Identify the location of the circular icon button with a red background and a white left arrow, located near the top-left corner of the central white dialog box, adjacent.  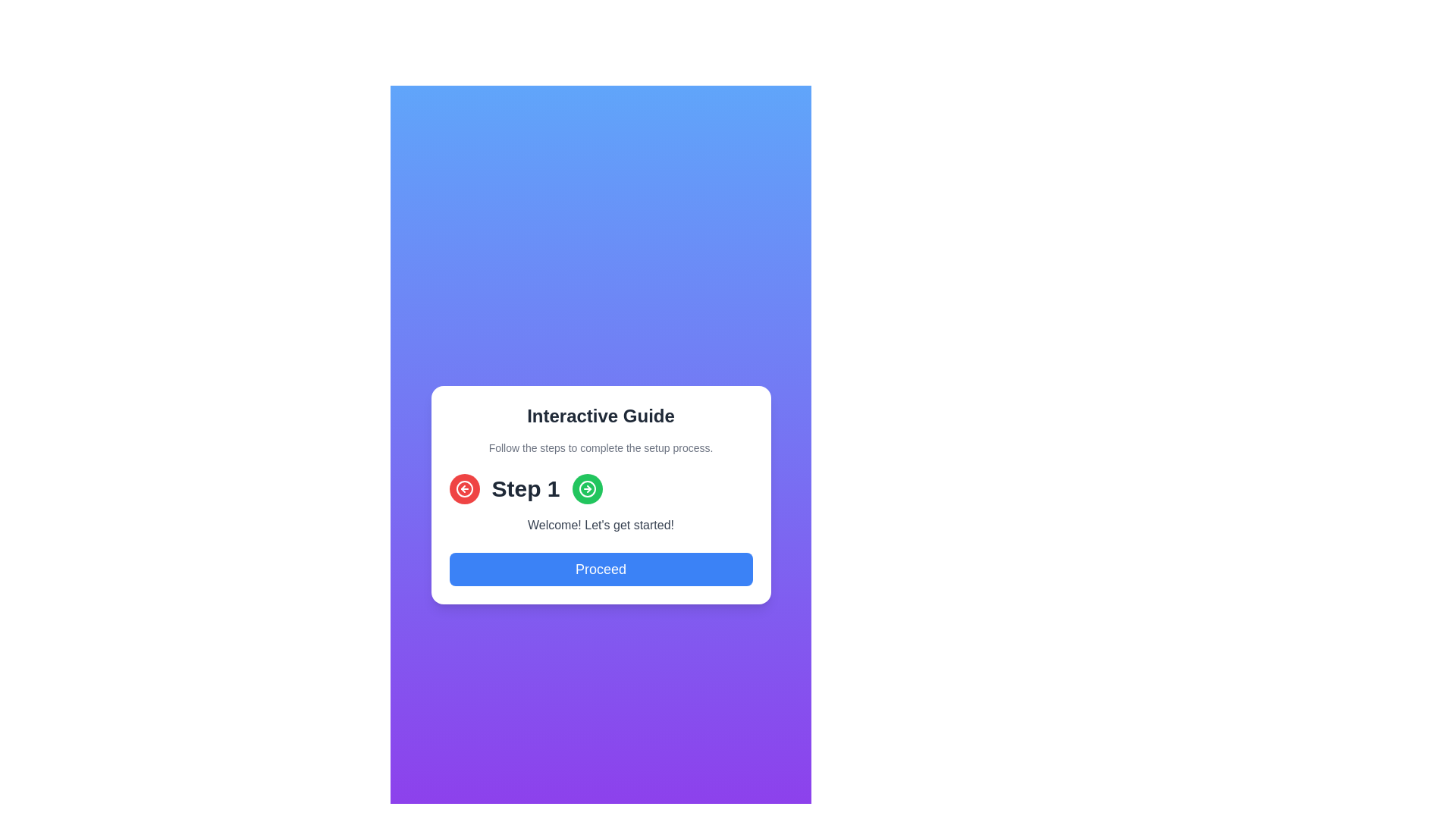
(463, 488).